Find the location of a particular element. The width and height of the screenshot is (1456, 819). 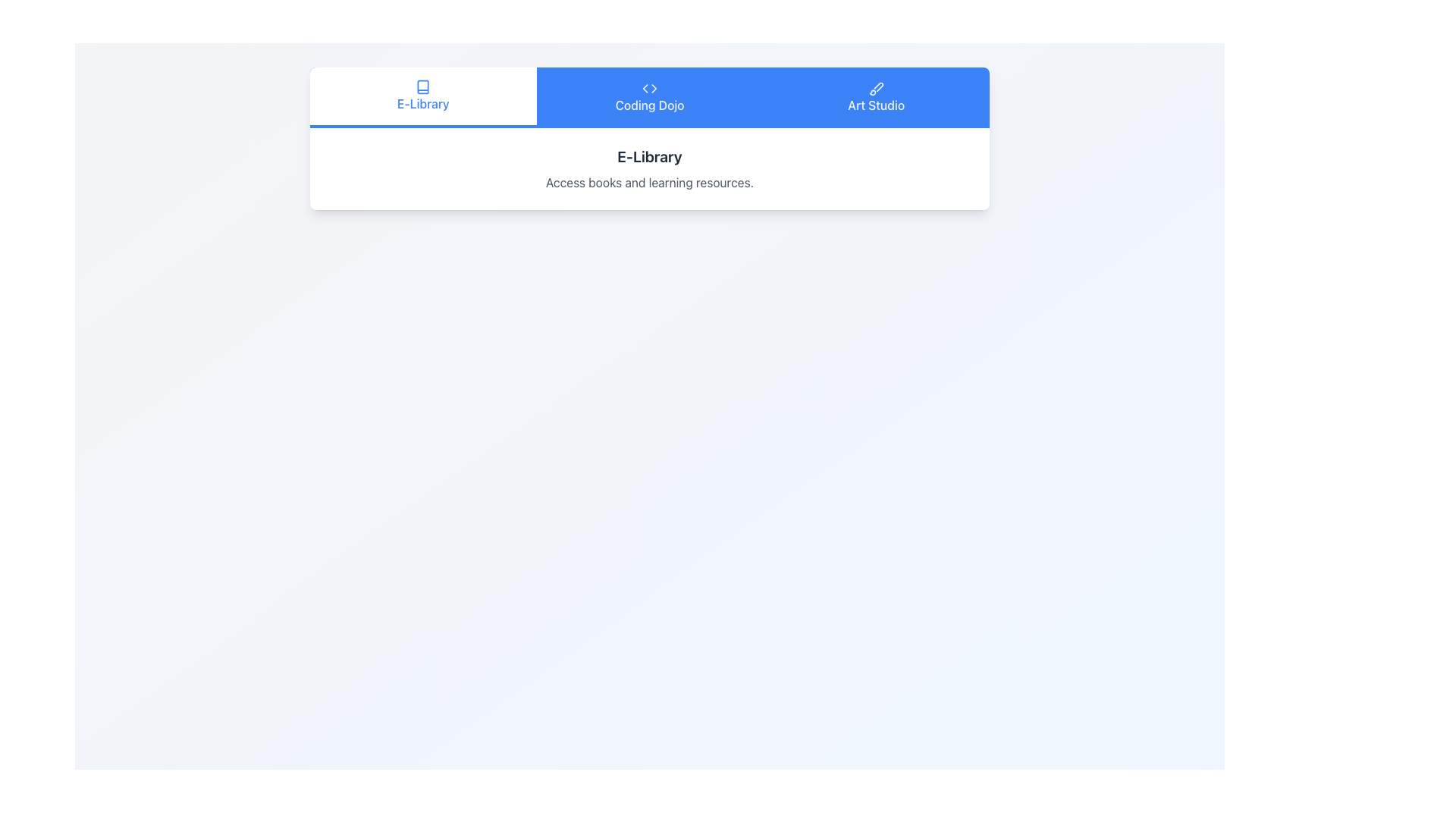

on the leftmost tab in the row of selectable tabs is located at coordinates (423, 96).